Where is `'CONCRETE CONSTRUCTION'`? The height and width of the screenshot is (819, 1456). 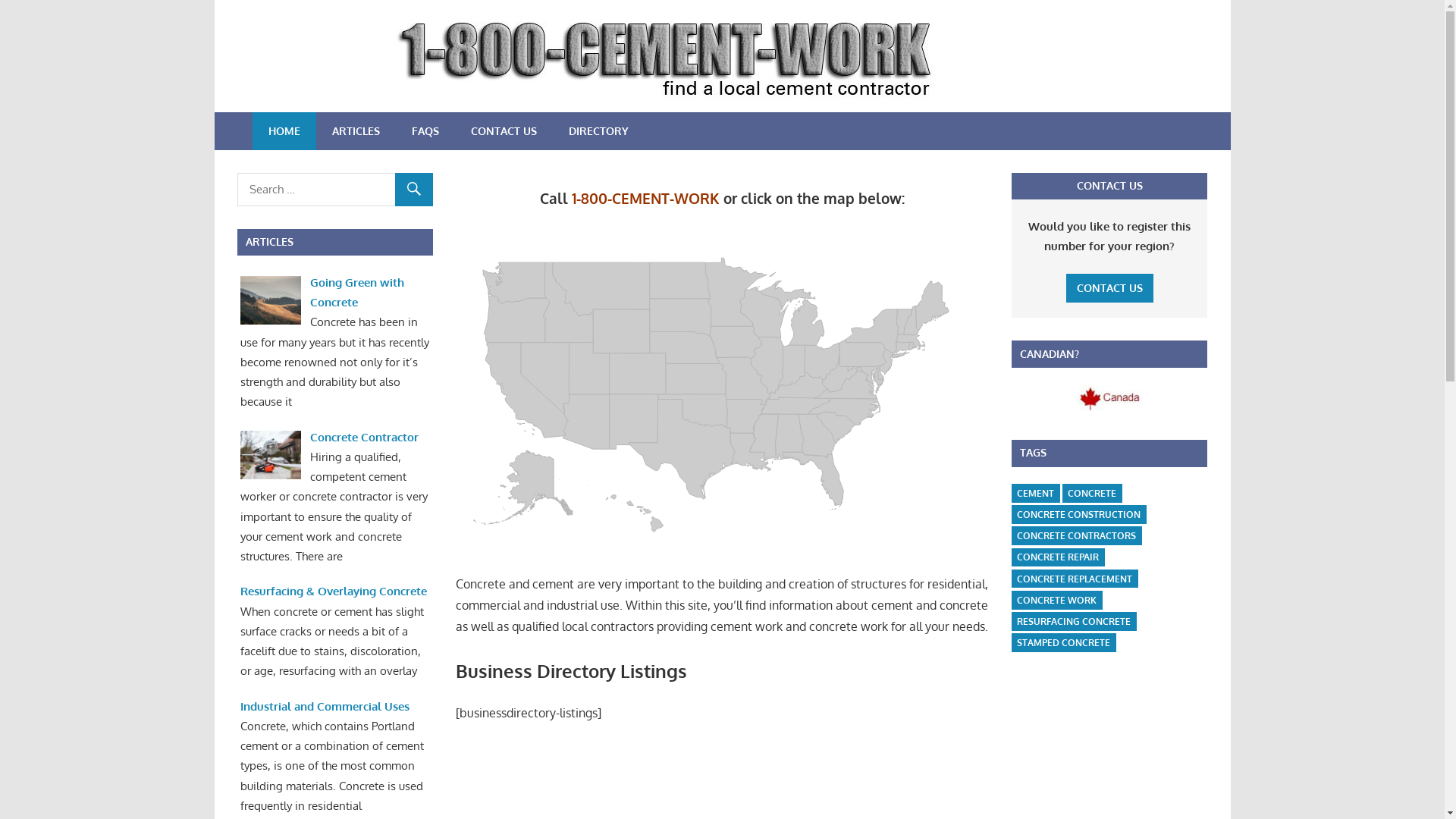
'CONCRETE CONSTRUCTION' is located at coordinates (1078, 513).